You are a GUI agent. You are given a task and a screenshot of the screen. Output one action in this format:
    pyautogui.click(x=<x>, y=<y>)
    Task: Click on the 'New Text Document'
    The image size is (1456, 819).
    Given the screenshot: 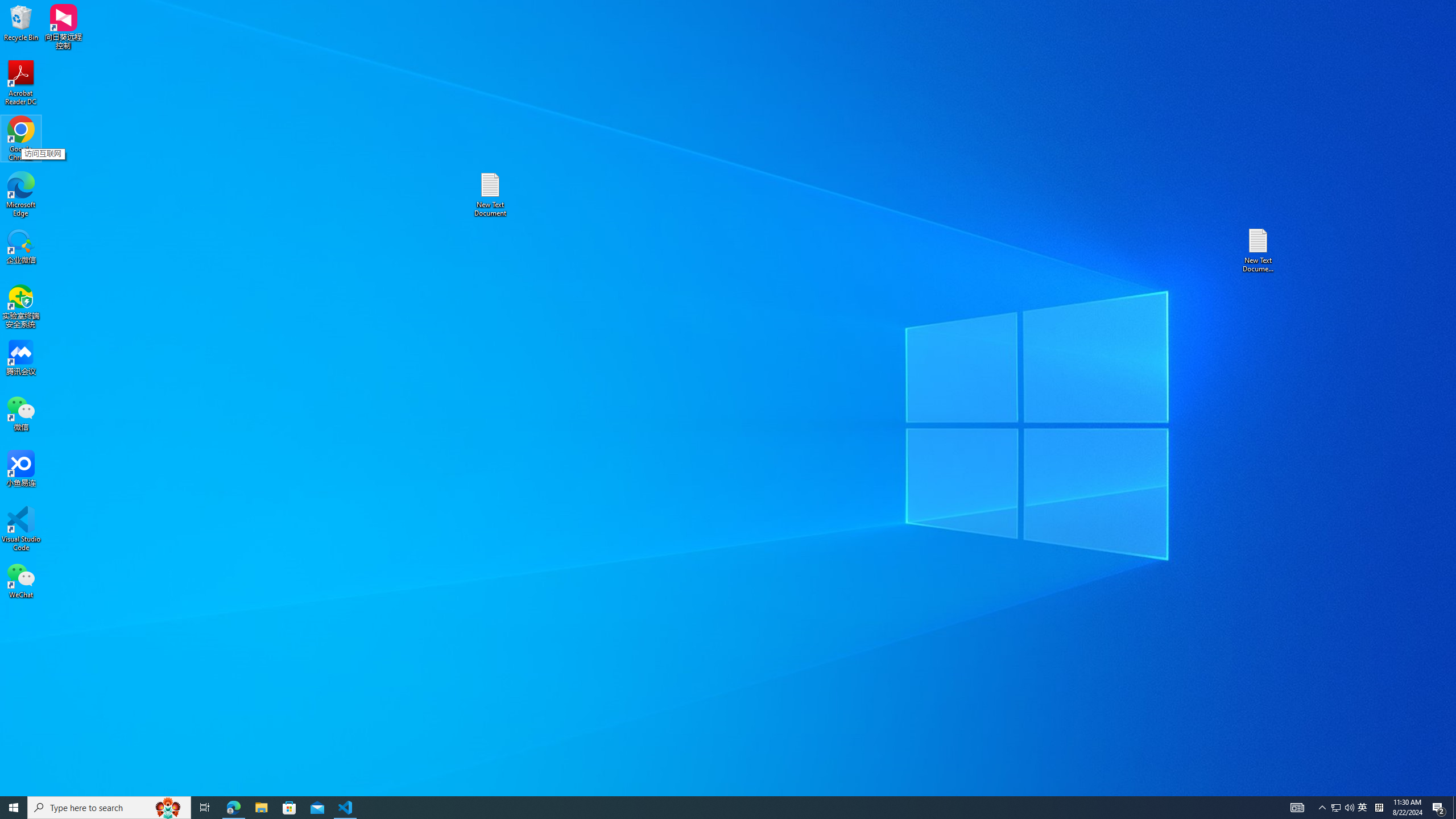 What is the action you would take?
    pyautogui.click(x=489, y=194)
    